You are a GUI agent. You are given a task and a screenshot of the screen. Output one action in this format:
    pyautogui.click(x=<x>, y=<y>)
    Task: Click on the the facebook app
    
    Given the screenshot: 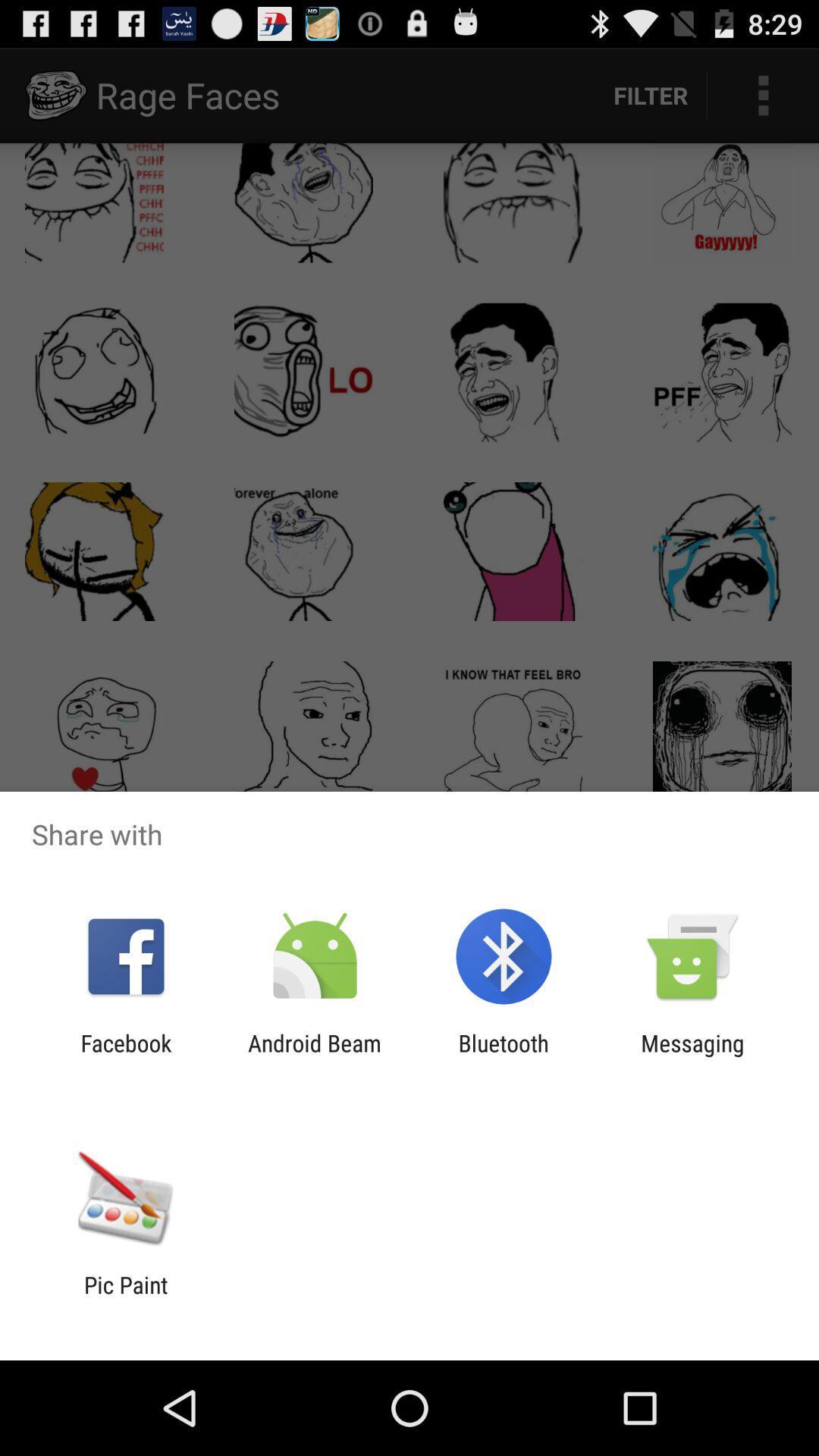 What is the action you would take?
    pyautogui.click(x=125, y=1056)
    